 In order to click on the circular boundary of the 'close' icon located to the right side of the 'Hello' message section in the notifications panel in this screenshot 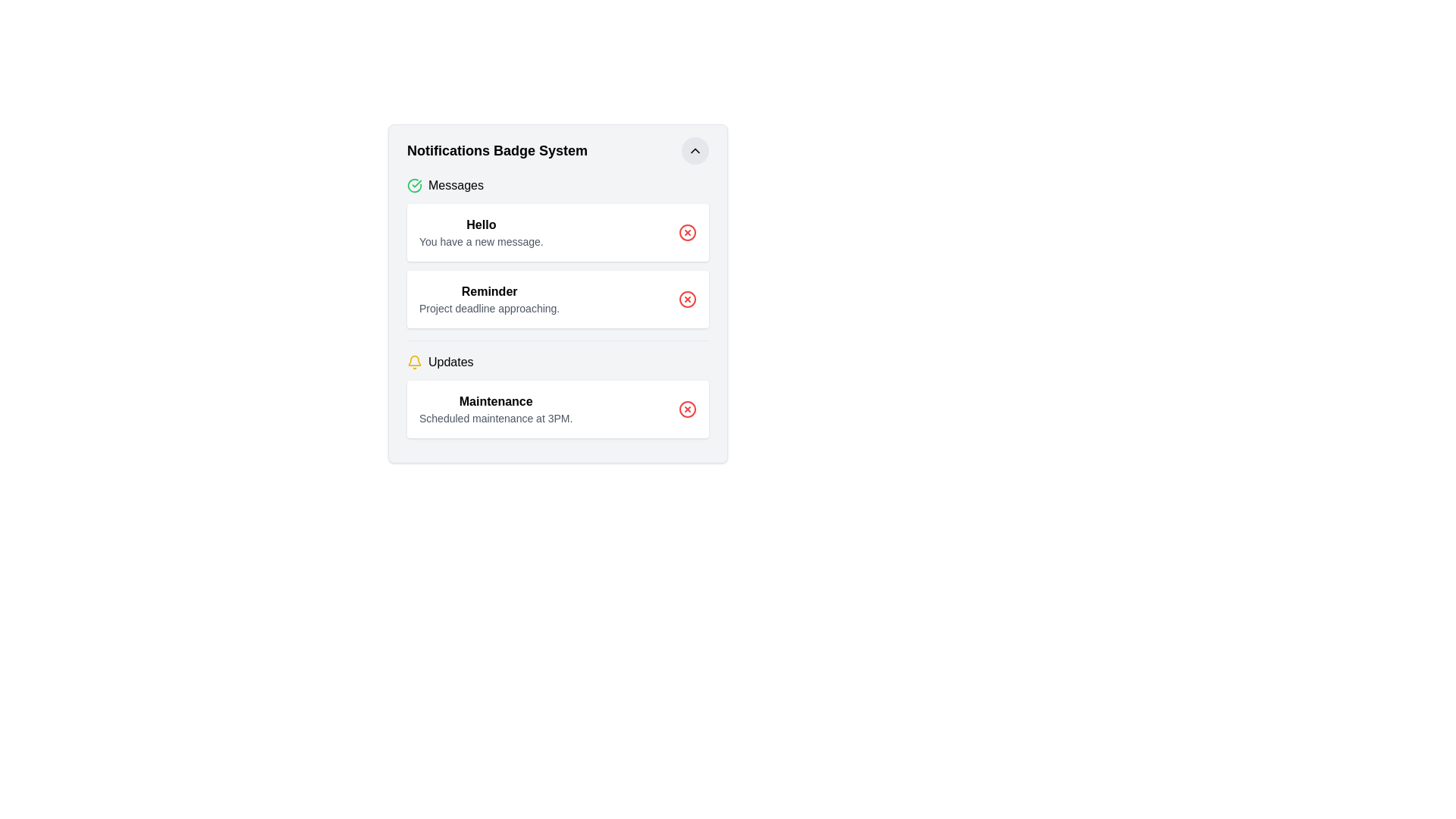, I will do `click(687, 233)`.